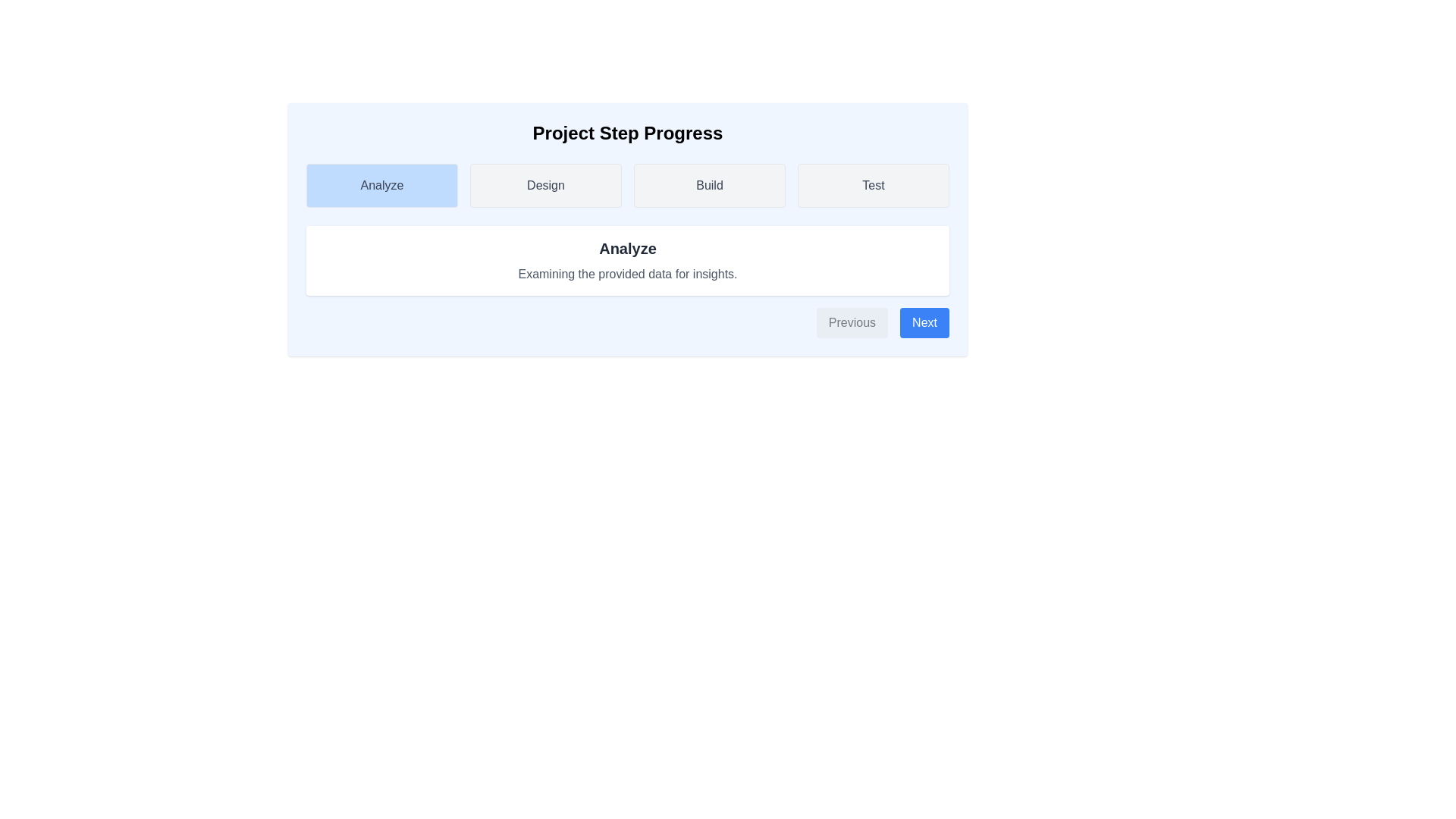 The image size is (1456, 819). What do you see at coordinates (874, 184) in the screenshot?
I see `the text label that serves as an identifier for the fourth step in the sequence, located at the top of the interface` at bounding box center [874, 184].